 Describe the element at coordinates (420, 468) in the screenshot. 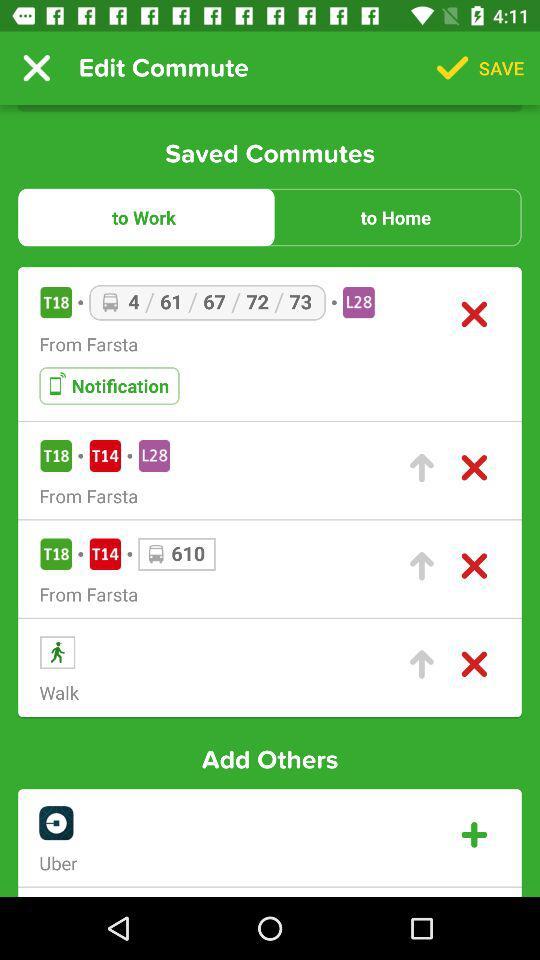

I see `upload button` at that location.